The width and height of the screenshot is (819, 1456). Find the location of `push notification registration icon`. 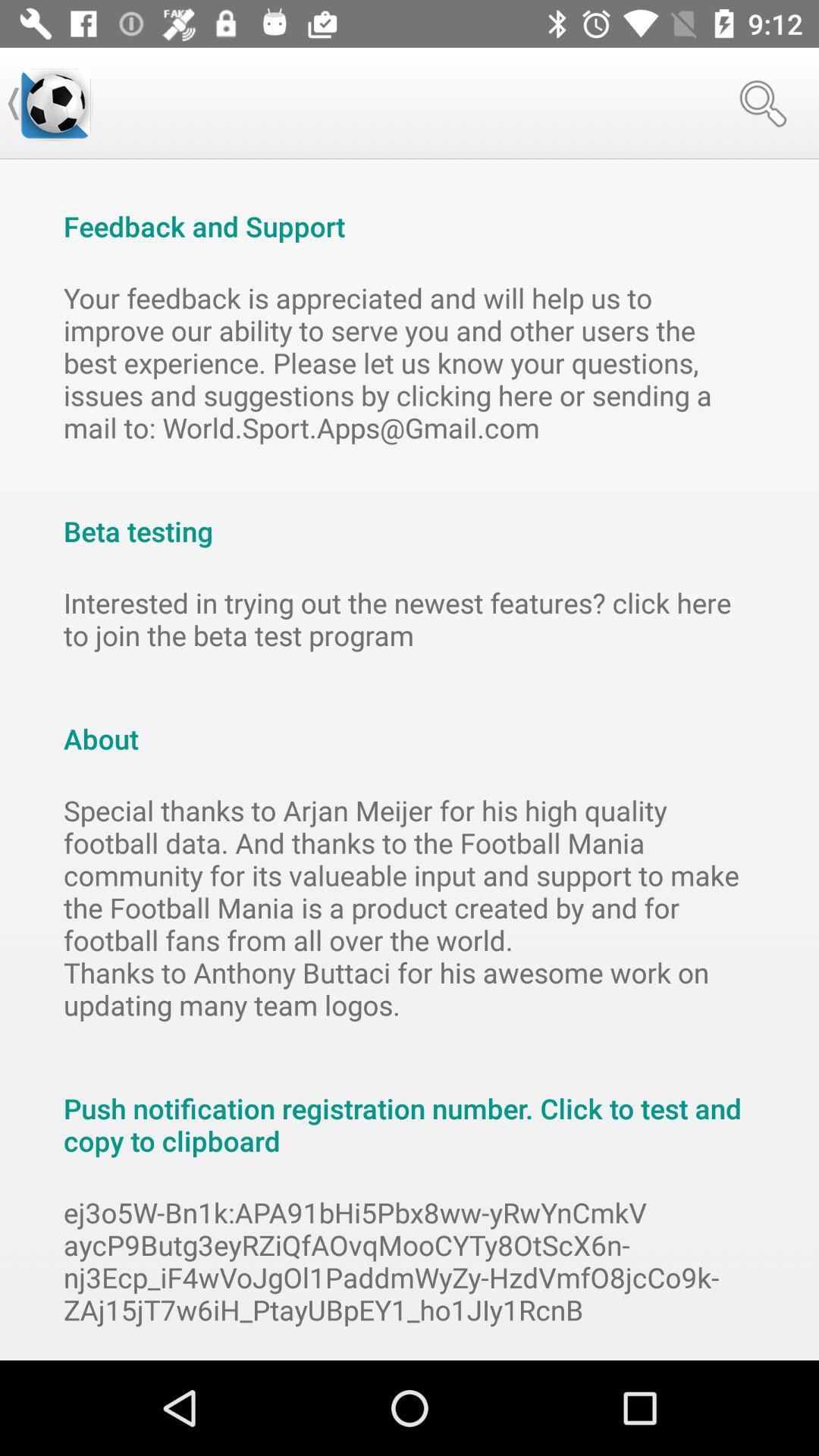

push notification registration icon is located at coordinates (409, 1109).